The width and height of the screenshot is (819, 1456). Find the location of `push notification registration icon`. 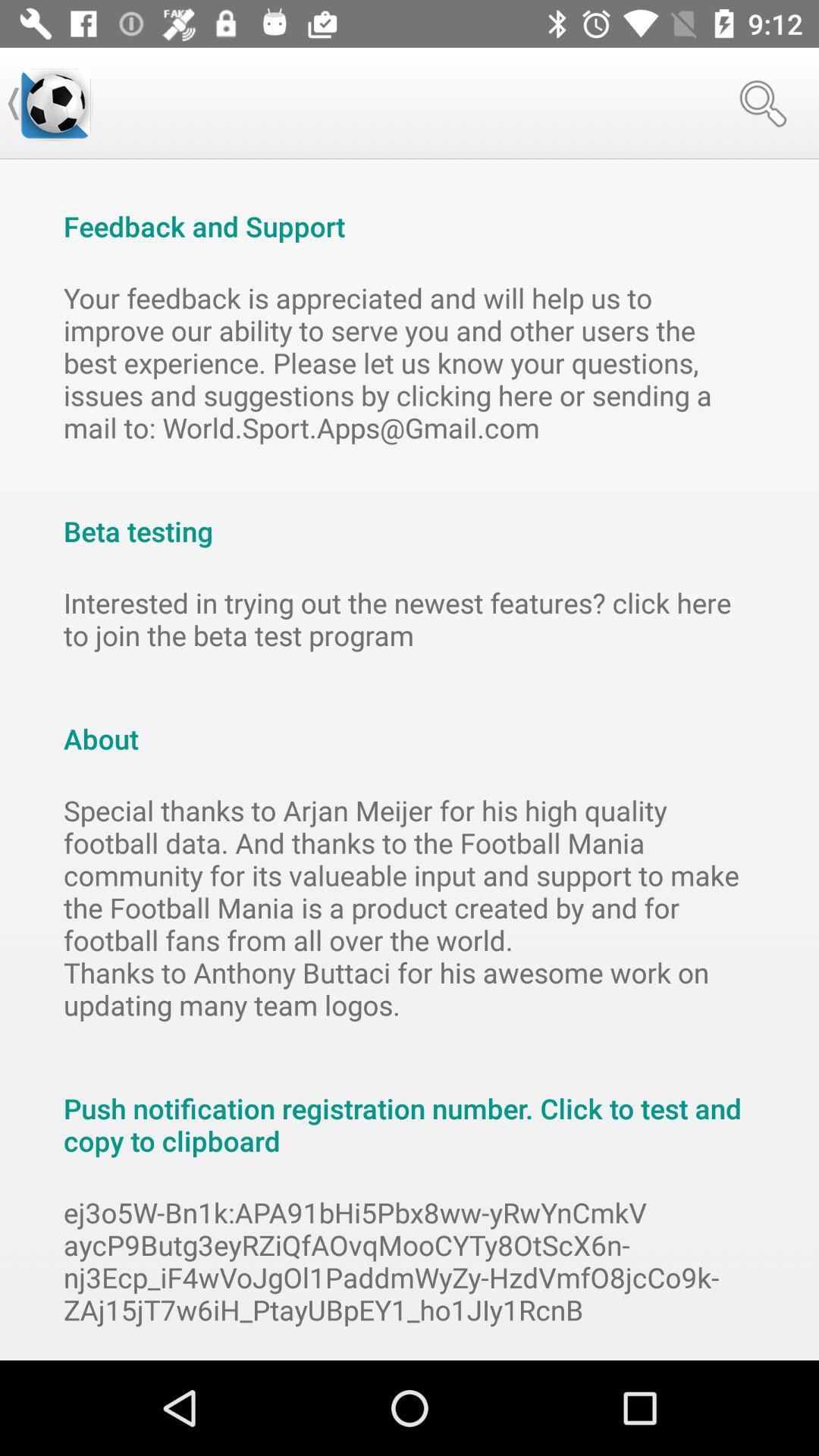

push notification registration icon is located at coordinates (409, 1109).